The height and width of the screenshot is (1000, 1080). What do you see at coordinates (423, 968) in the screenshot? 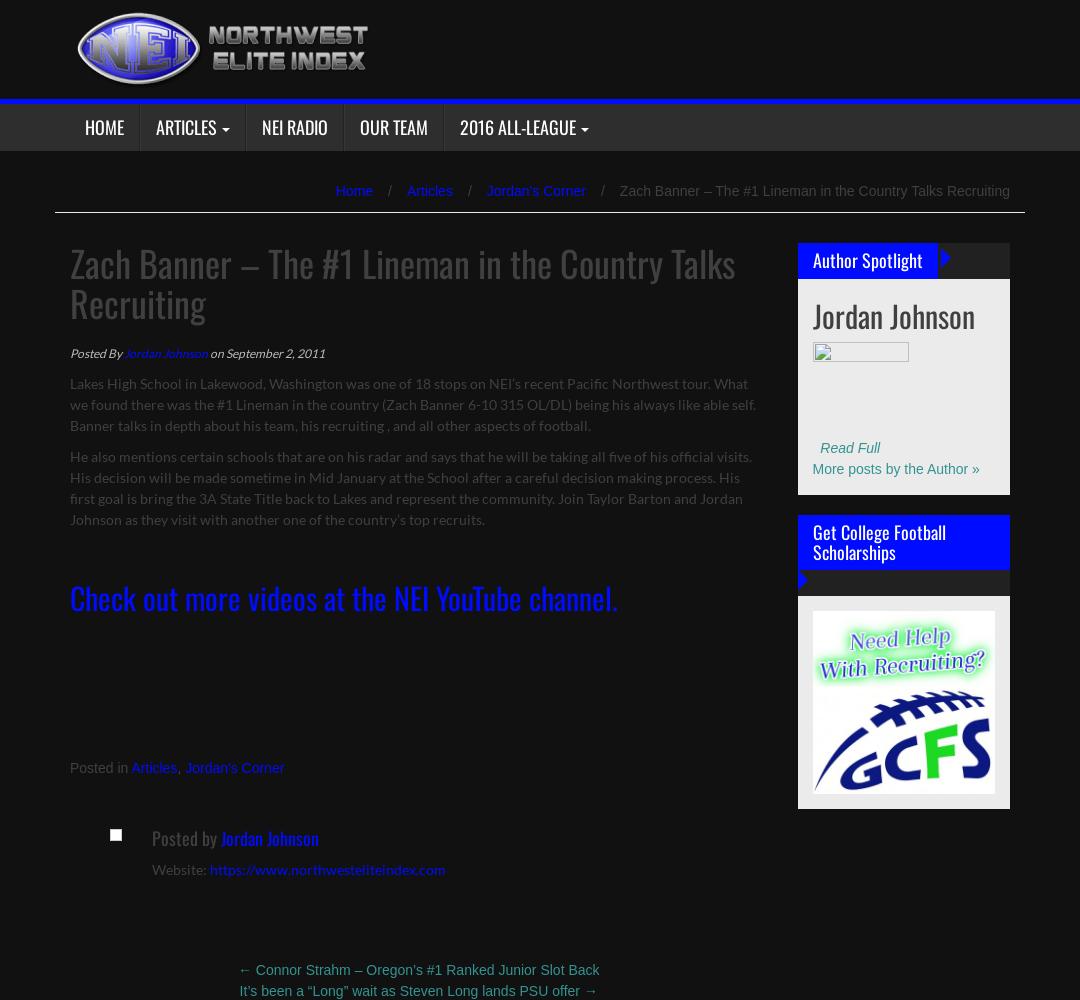
I see `'Connor Strahm – Oregon’s #1 Ranked Junior Slot Back'` at bounding box center [423, 968].